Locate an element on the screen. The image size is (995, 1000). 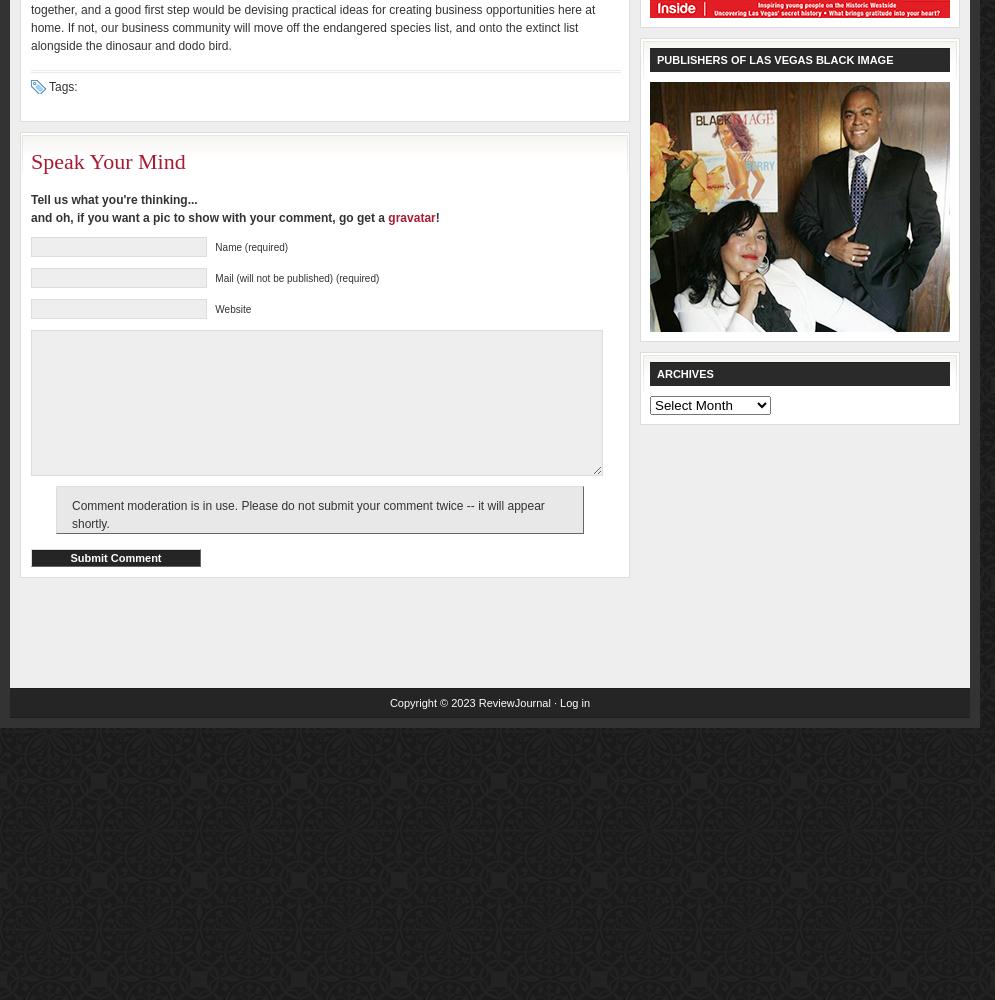
'Log in' is located at coordinates (574, 702).